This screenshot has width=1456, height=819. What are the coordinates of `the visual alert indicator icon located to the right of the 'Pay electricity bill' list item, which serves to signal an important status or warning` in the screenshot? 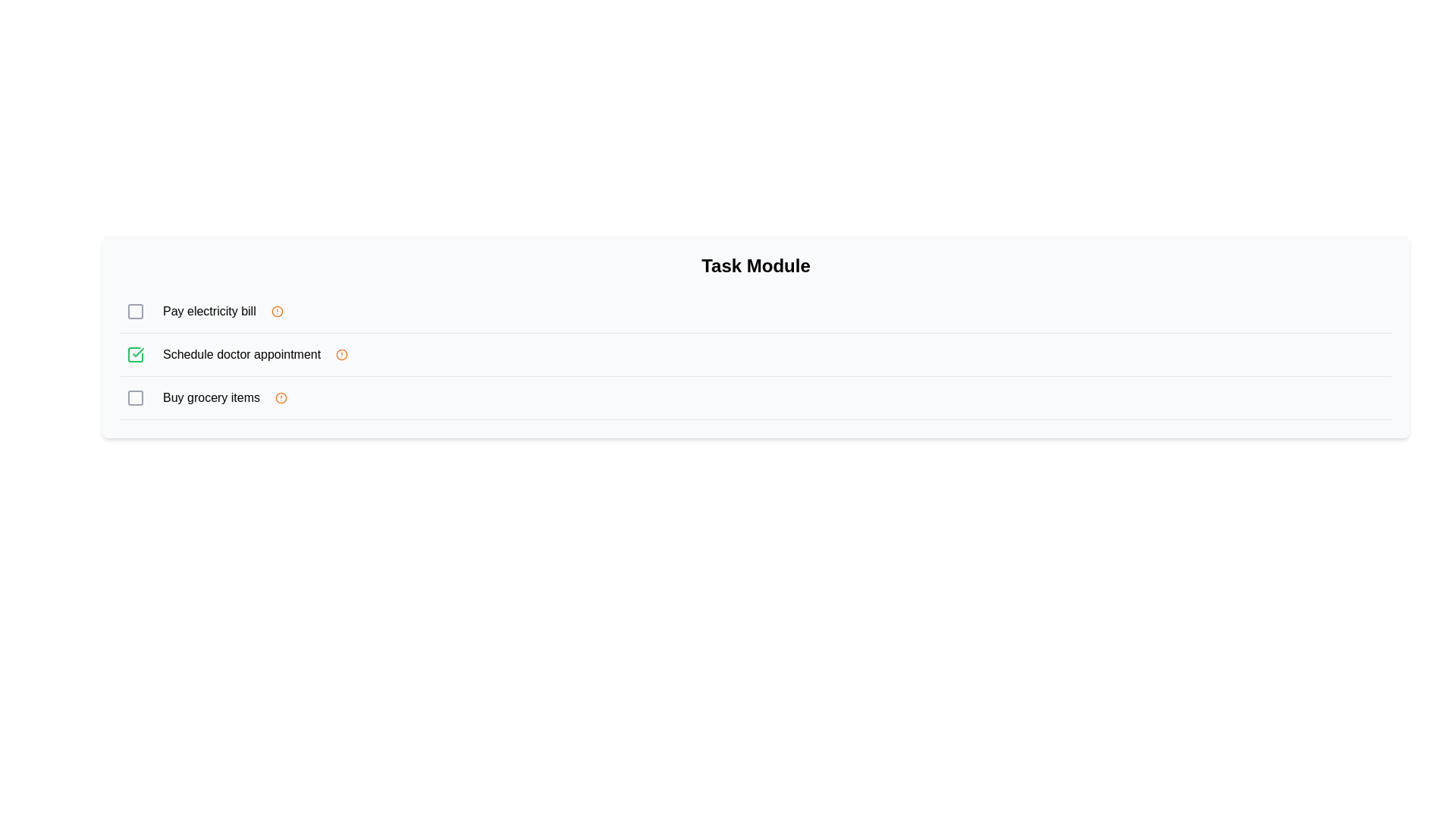 It's located at (341, 354).